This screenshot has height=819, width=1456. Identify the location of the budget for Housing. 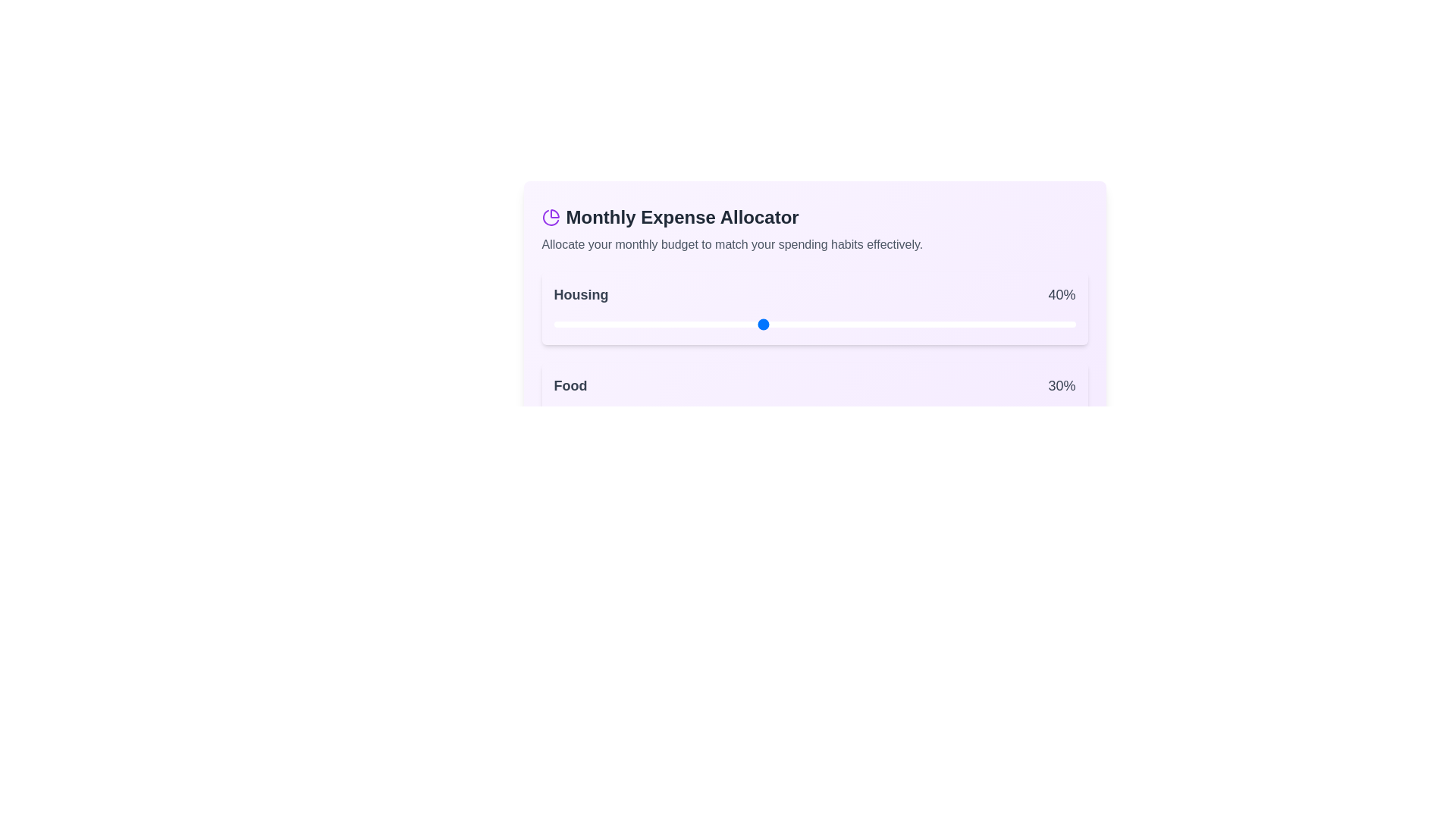
(605, 324).